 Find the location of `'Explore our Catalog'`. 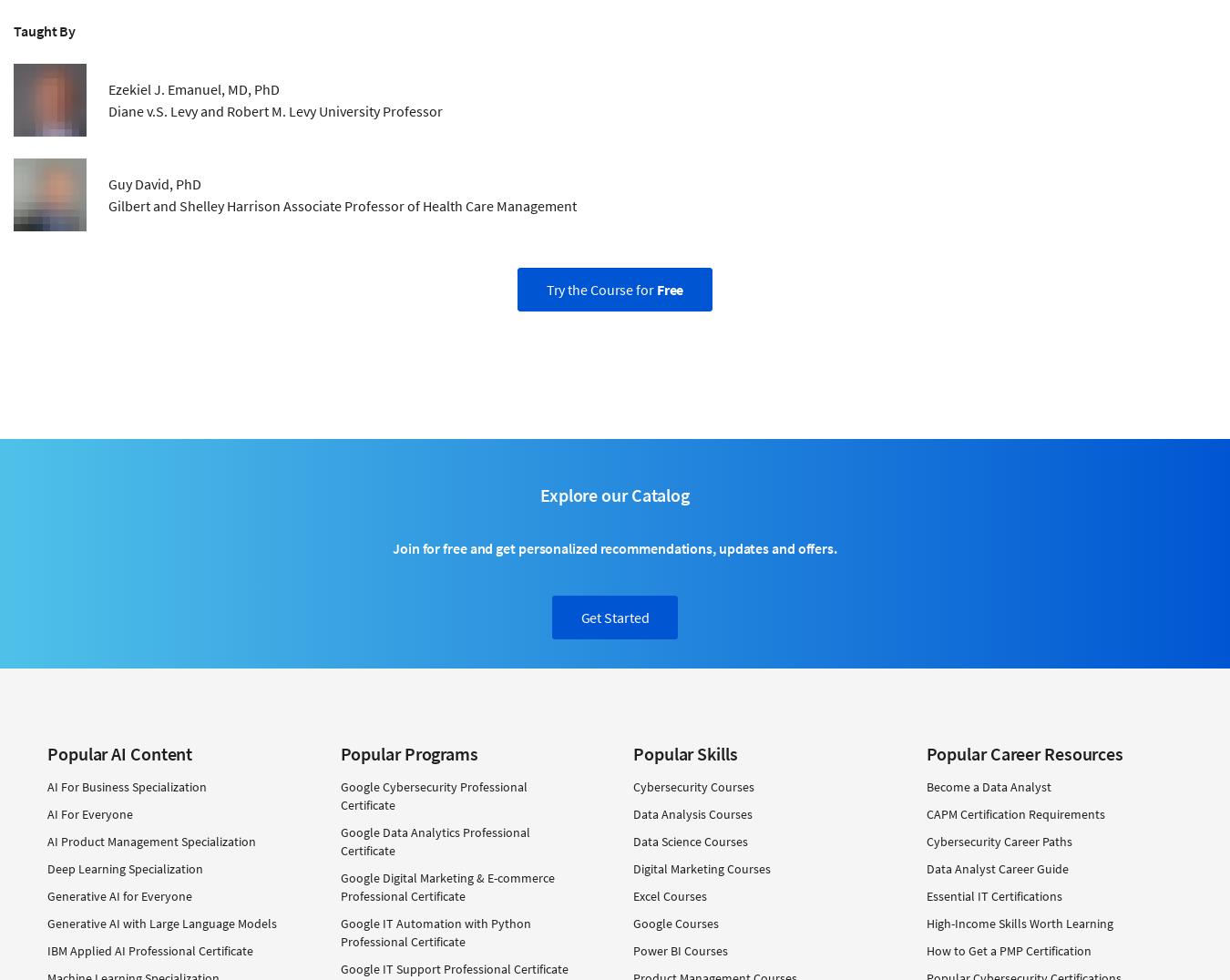

'Explore our Catalog' is located at coordinates (614, 494).